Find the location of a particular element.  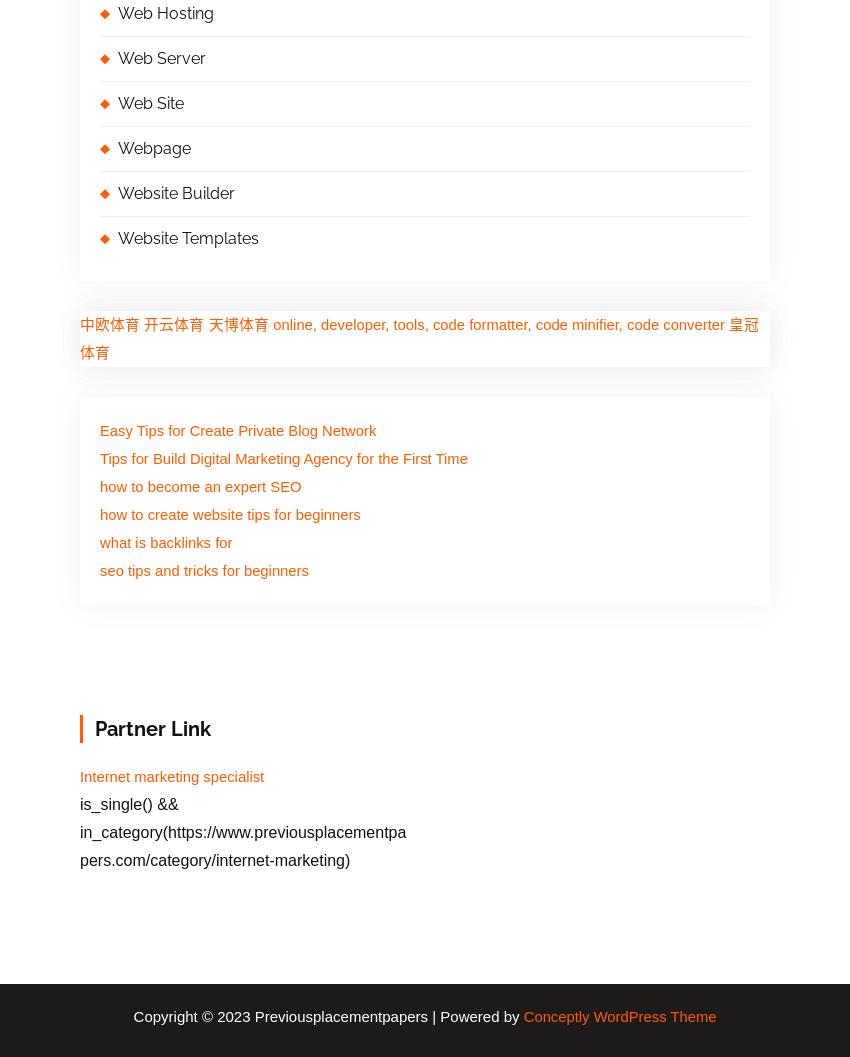

'online, developer, tools, code formatter, code minifier, code converter' is located at coordinates (272, 325).